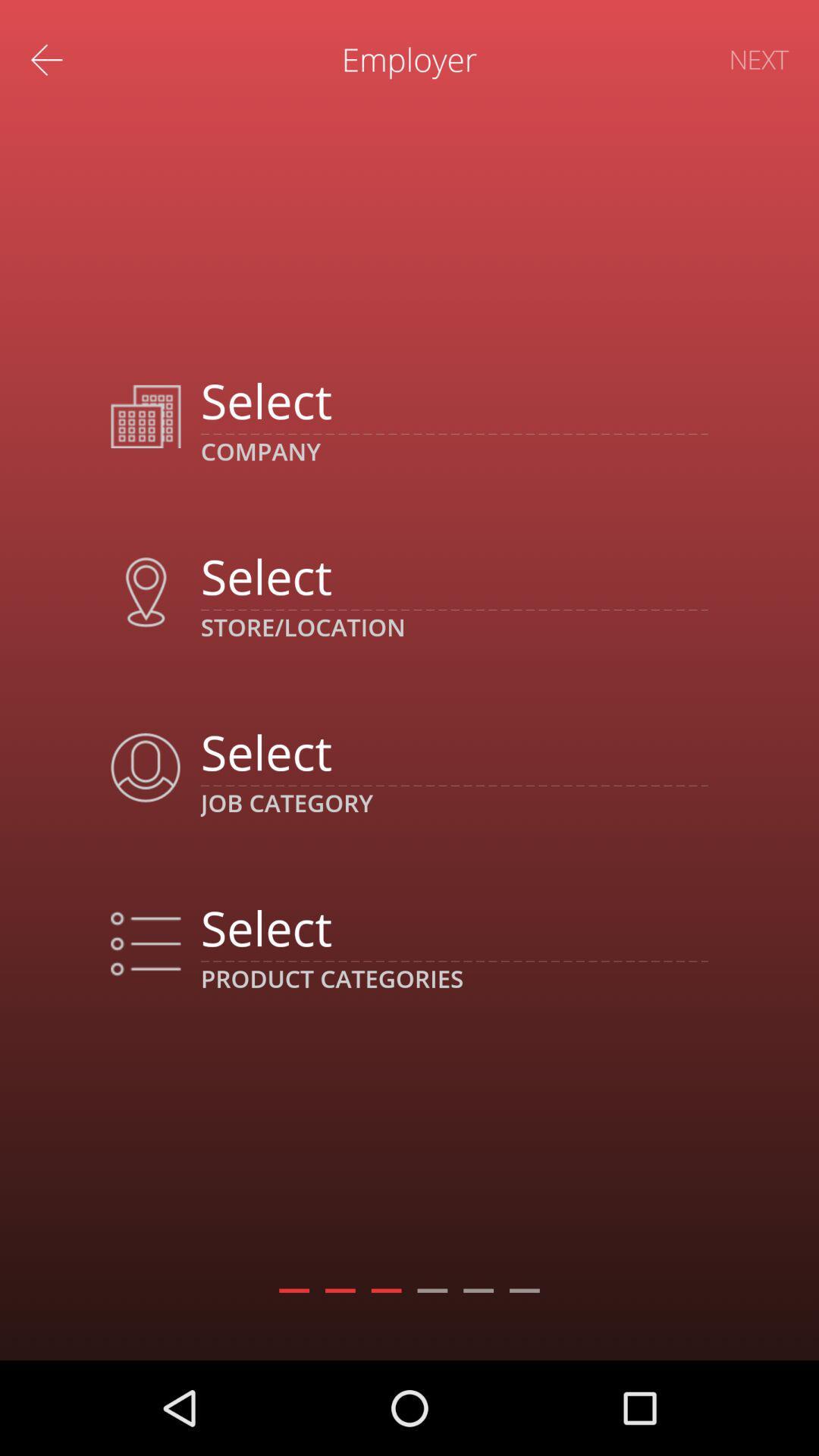 The image size is (819, 1456). I want to click on select storelocation, so click(453, 575).